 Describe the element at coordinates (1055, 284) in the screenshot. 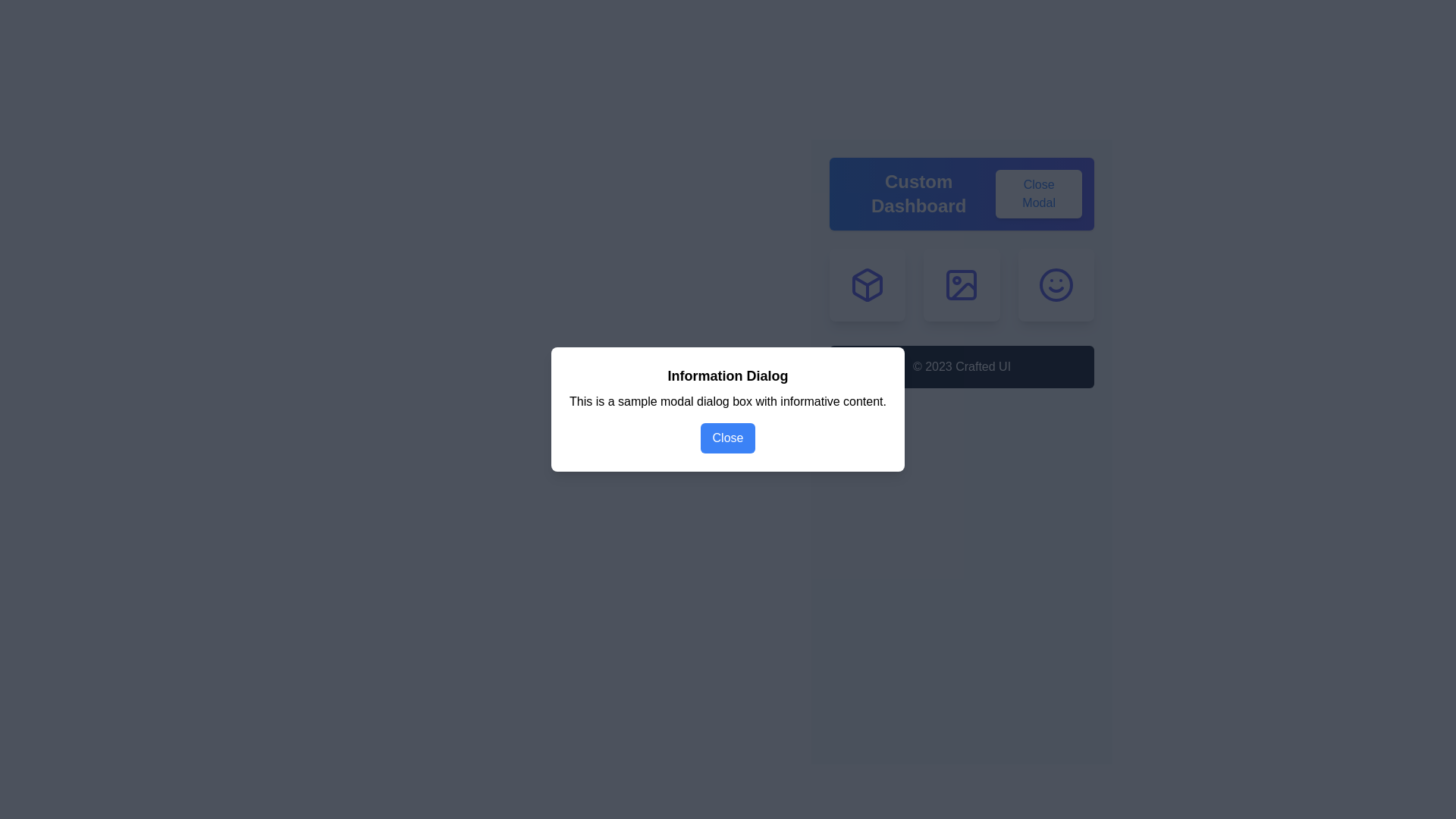

I see `the indigo smiley face icon located in the bottom-right of the icon grid on the 'Custom Dashboard'` at that location.